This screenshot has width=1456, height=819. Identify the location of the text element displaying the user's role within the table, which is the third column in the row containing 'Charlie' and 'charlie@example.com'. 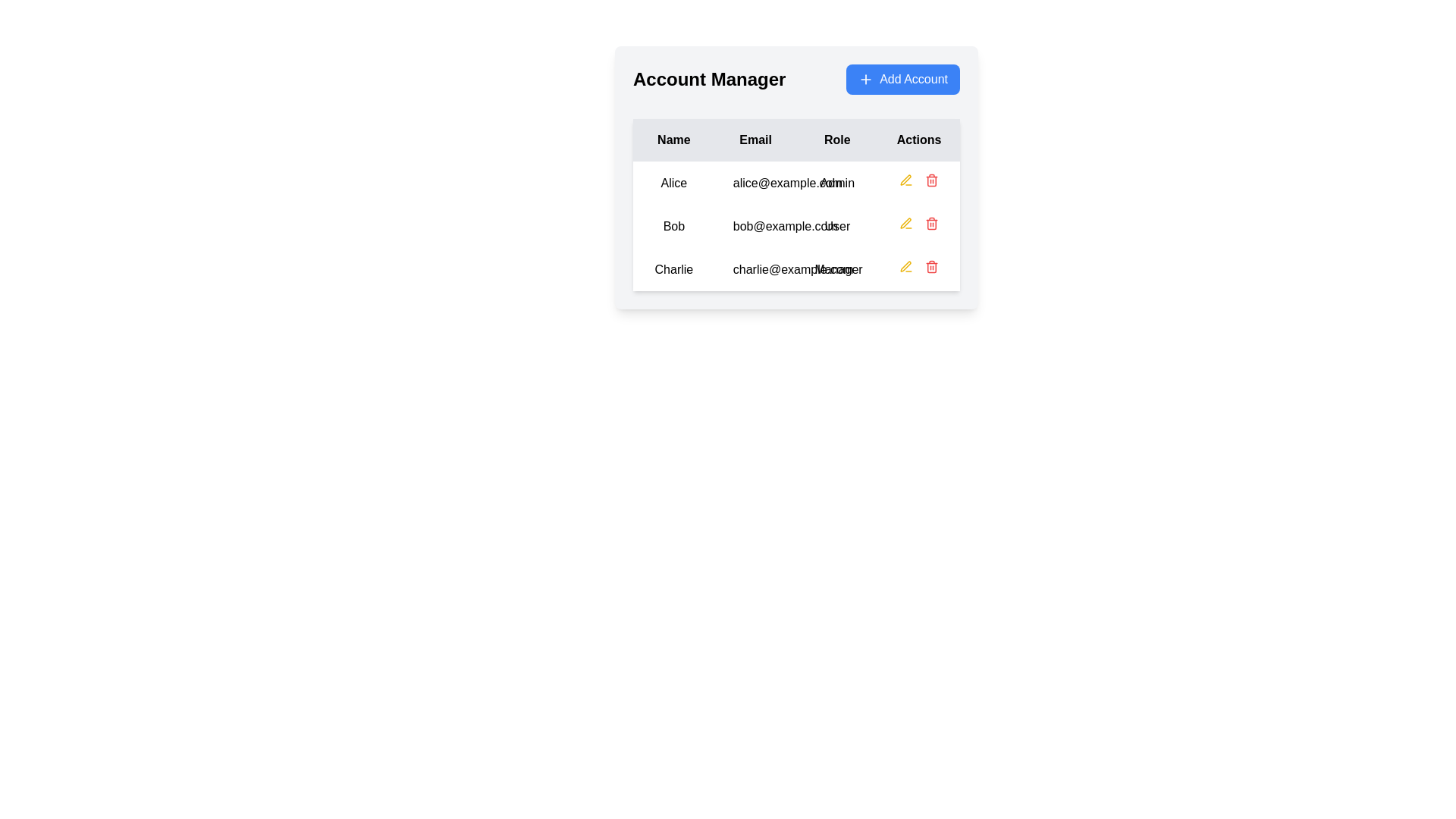
(836, 268).